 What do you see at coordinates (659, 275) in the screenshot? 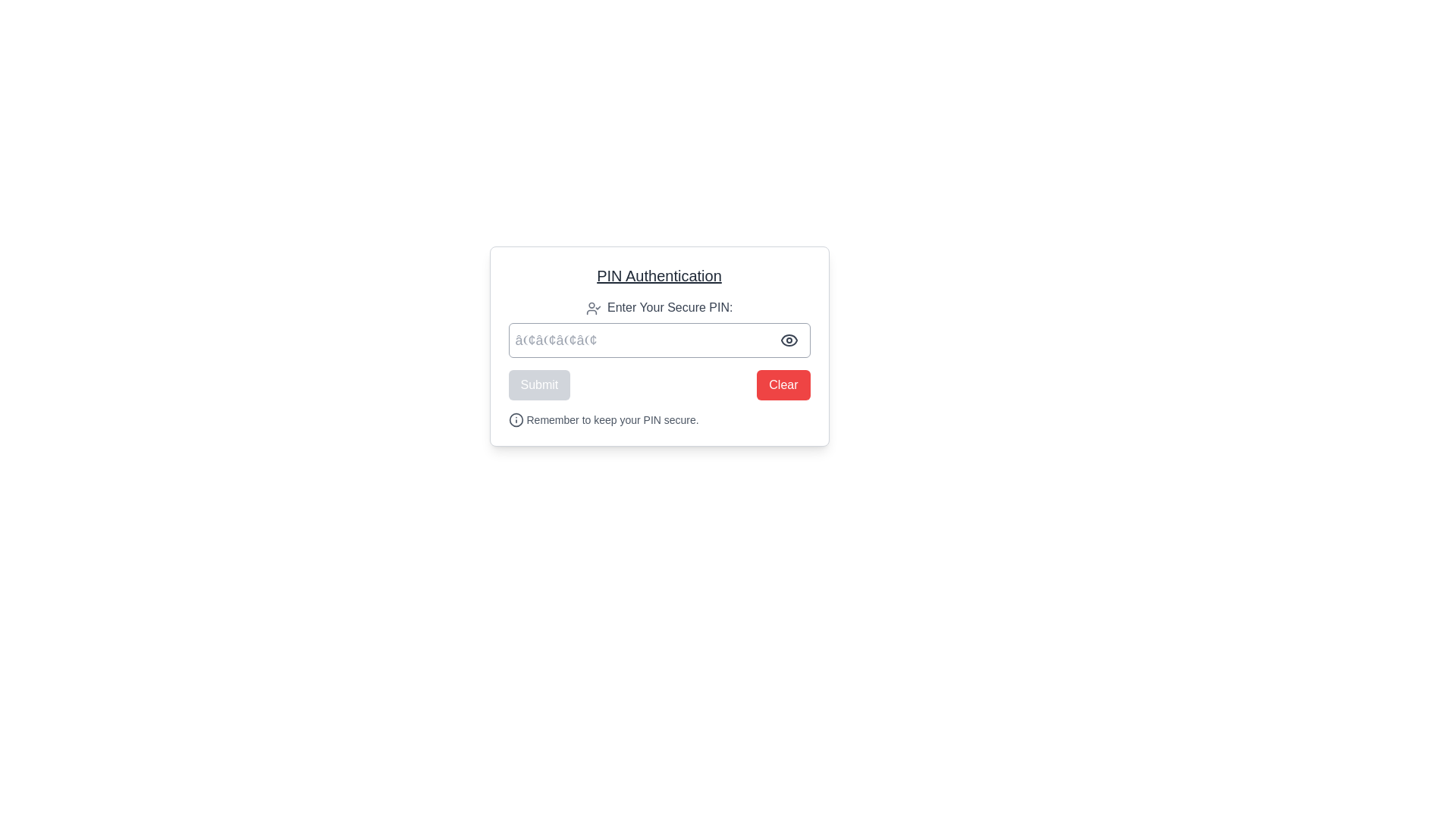
I see `the text header displaying 'PIN Authentication'` at bounding box center [659, 275].